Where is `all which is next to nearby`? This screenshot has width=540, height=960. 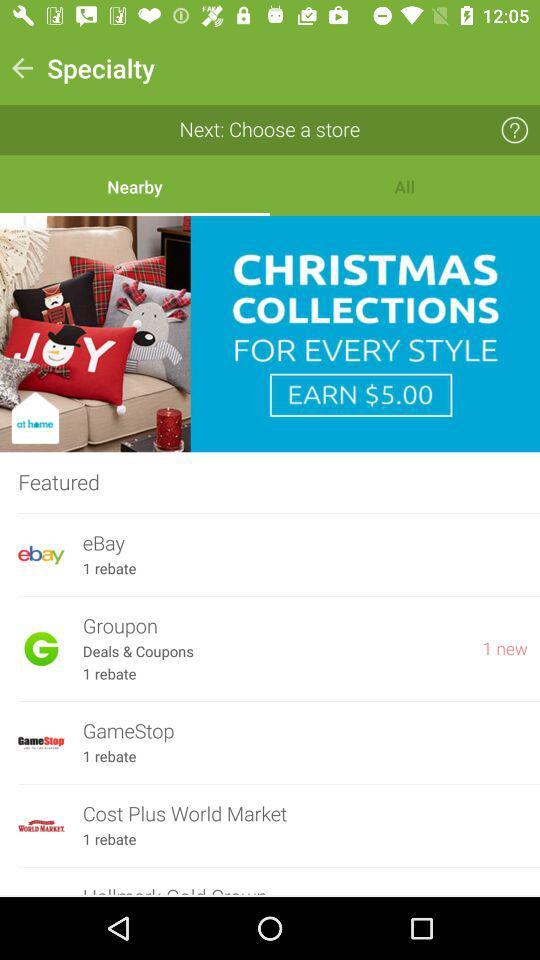 all which is next to nearby is located at coordinates (405, 186).